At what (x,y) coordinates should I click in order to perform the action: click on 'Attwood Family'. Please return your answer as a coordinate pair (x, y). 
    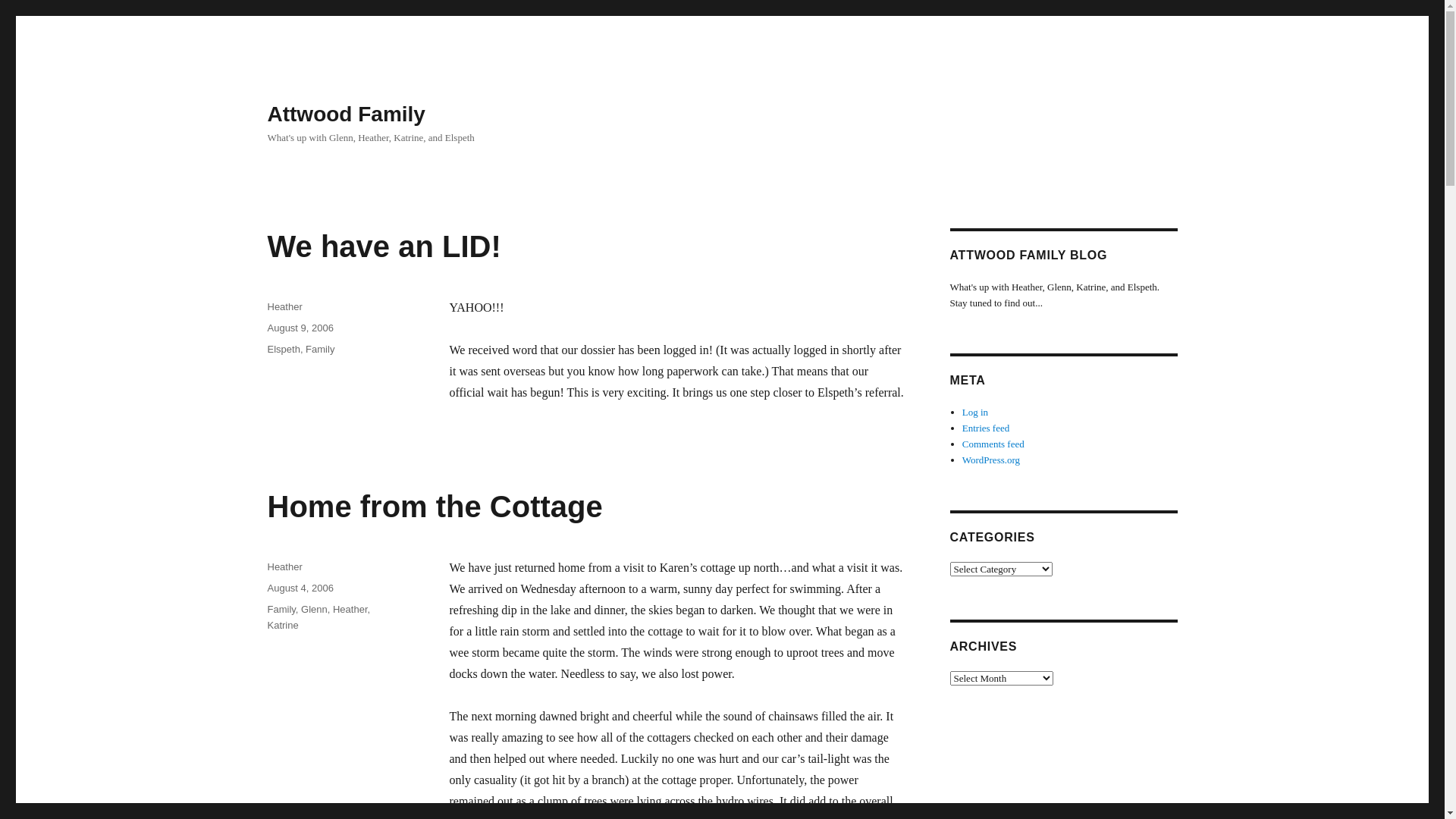
    Looking at the image, I should click on (345, 113).